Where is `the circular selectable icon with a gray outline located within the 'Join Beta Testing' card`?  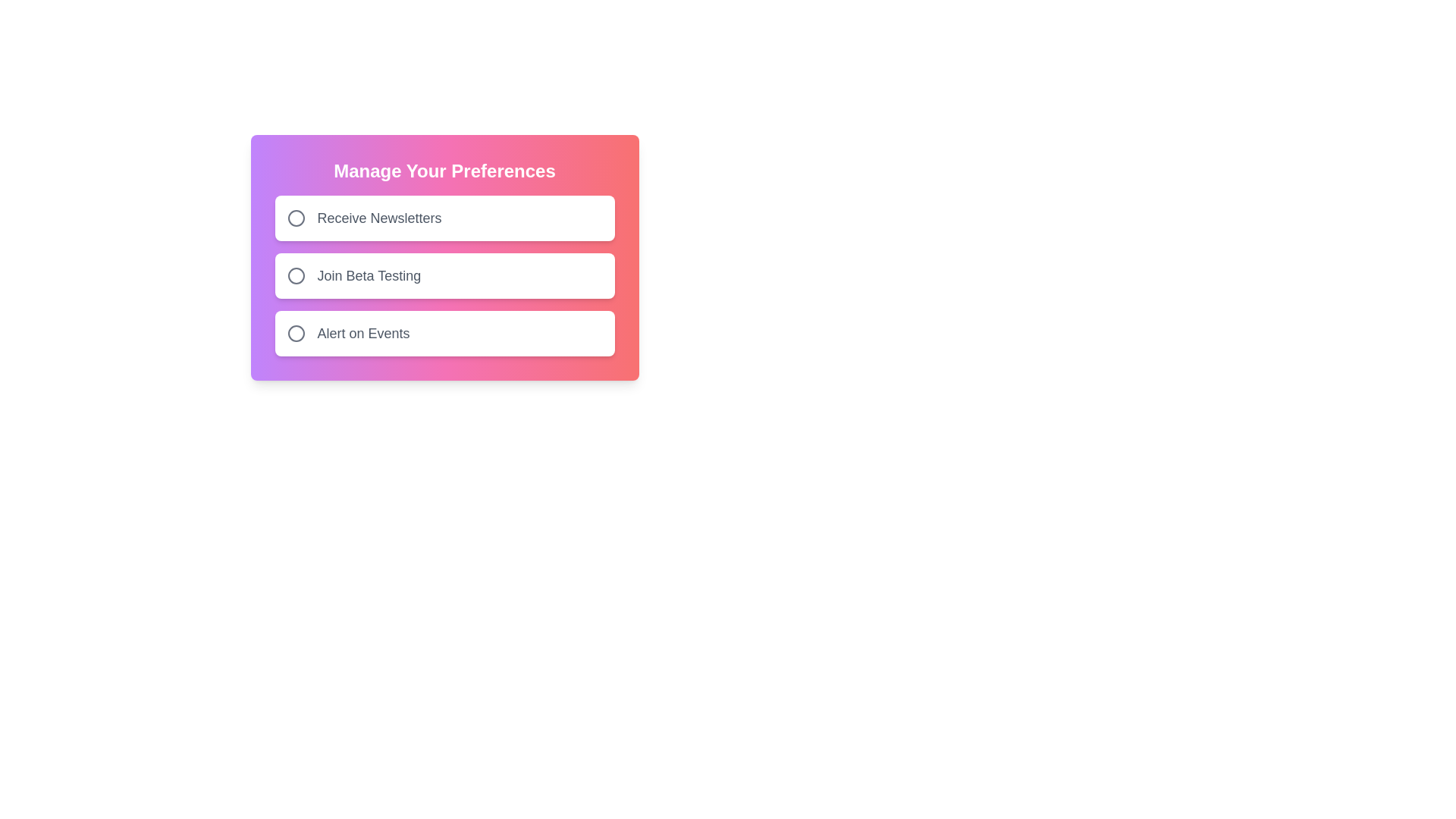 the circular selectable icon with a gray outline located within the 'Join Beta Testing' card is located at coordinates (296, 275).